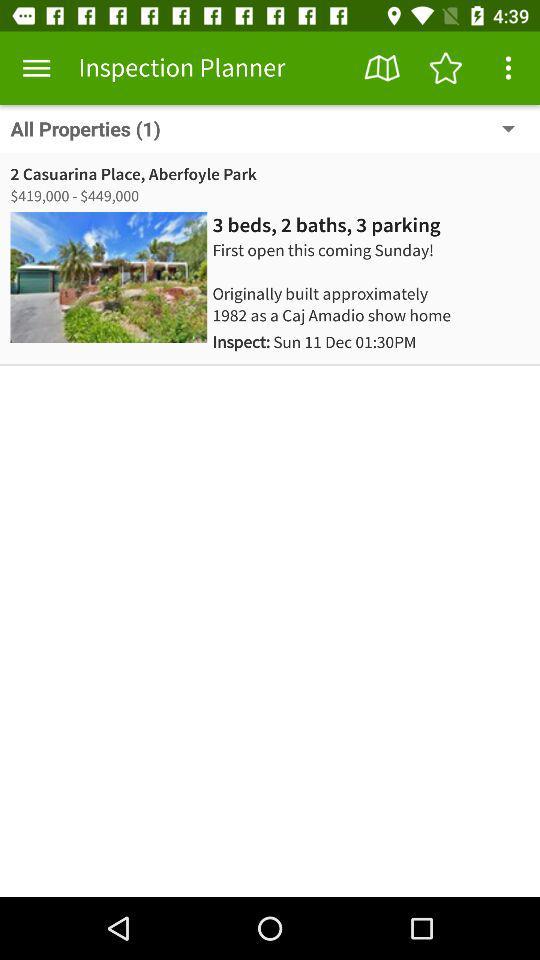 Image resolution: width=540 pixels, height=960 pixels. What do you see at coordinates (133, 173) in the screenshot?
I see `the item above the 419 000 449 item` at bounding box center [133, 173].